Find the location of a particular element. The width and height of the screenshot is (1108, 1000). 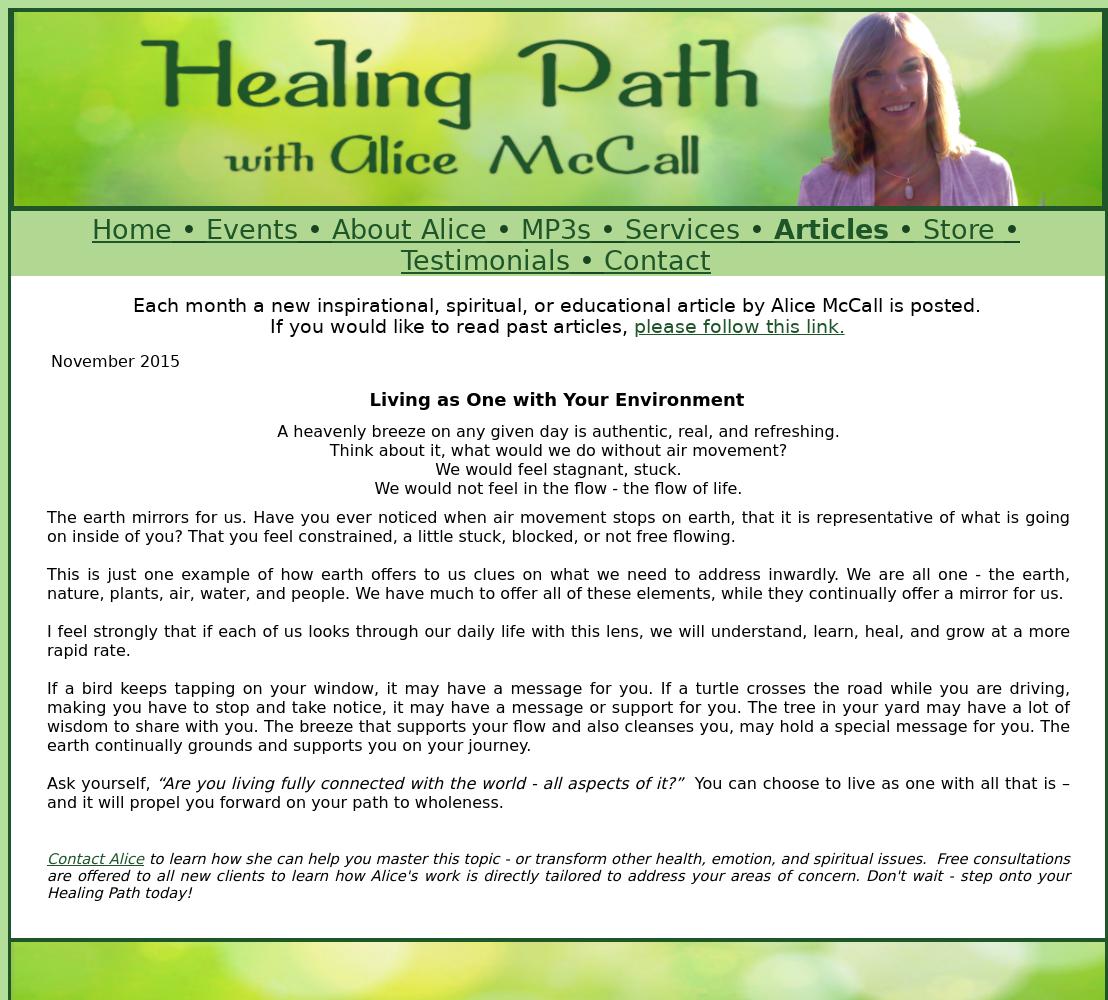

'please follow this link.' is located at coordinates (737, 325).